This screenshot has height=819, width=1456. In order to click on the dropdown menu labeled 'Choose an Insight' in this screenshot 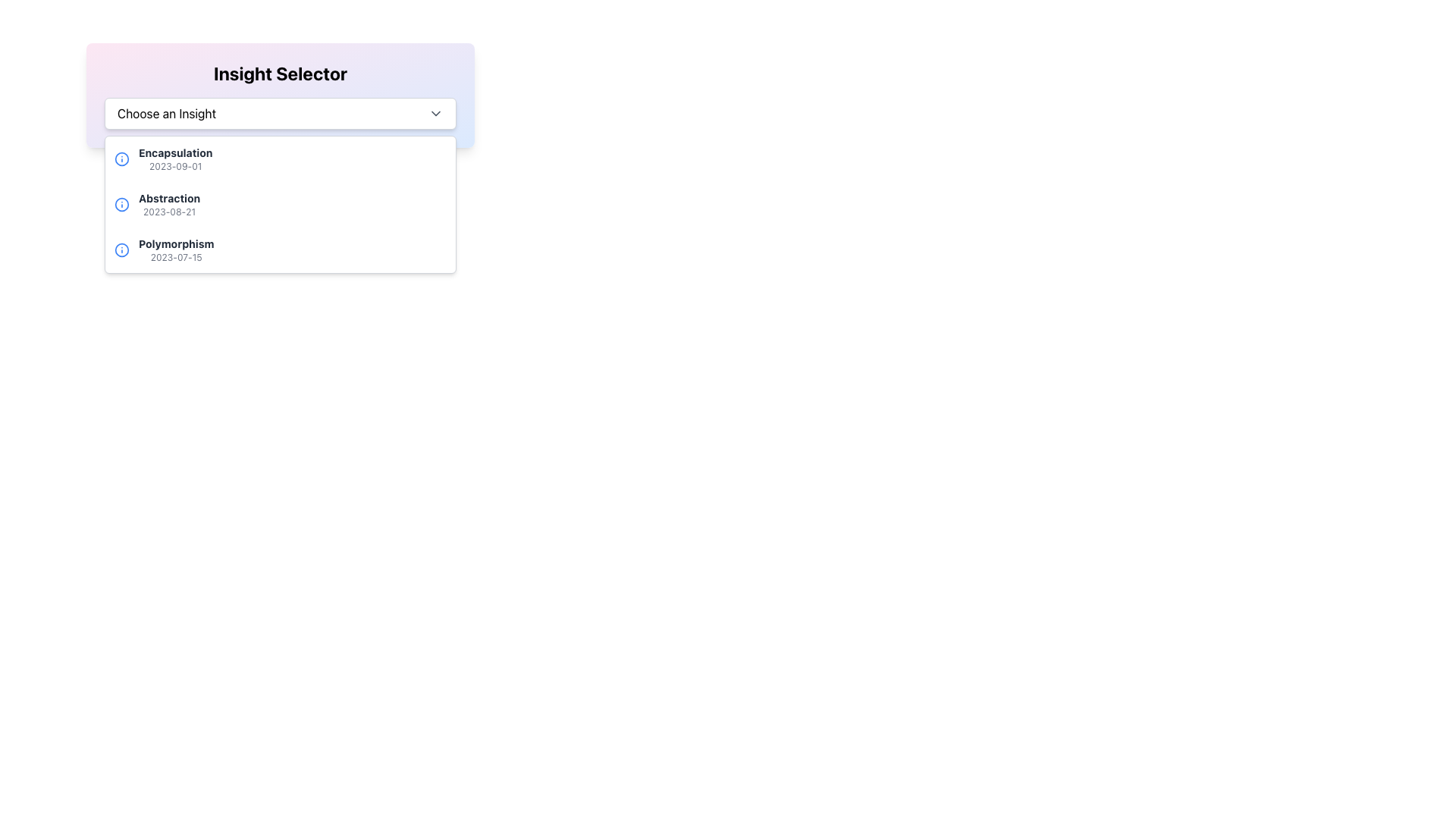, I will do `click(280, 113)`.